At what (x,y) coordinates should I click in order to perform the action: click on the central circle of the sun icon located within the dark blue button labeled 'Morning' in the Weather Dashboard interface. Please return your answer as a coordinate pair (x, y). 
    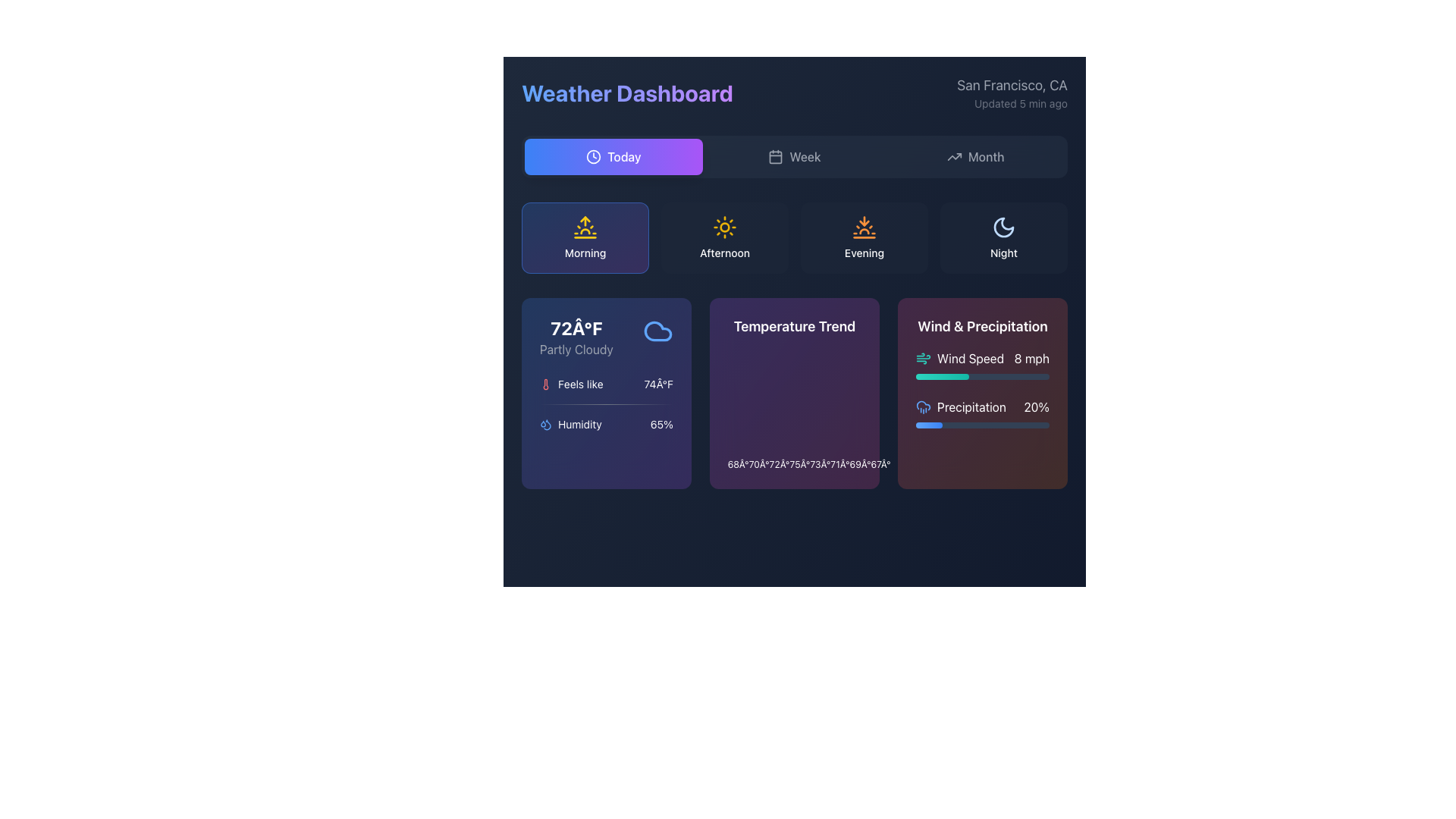
    Looking at the image, I should click on (723, 227).